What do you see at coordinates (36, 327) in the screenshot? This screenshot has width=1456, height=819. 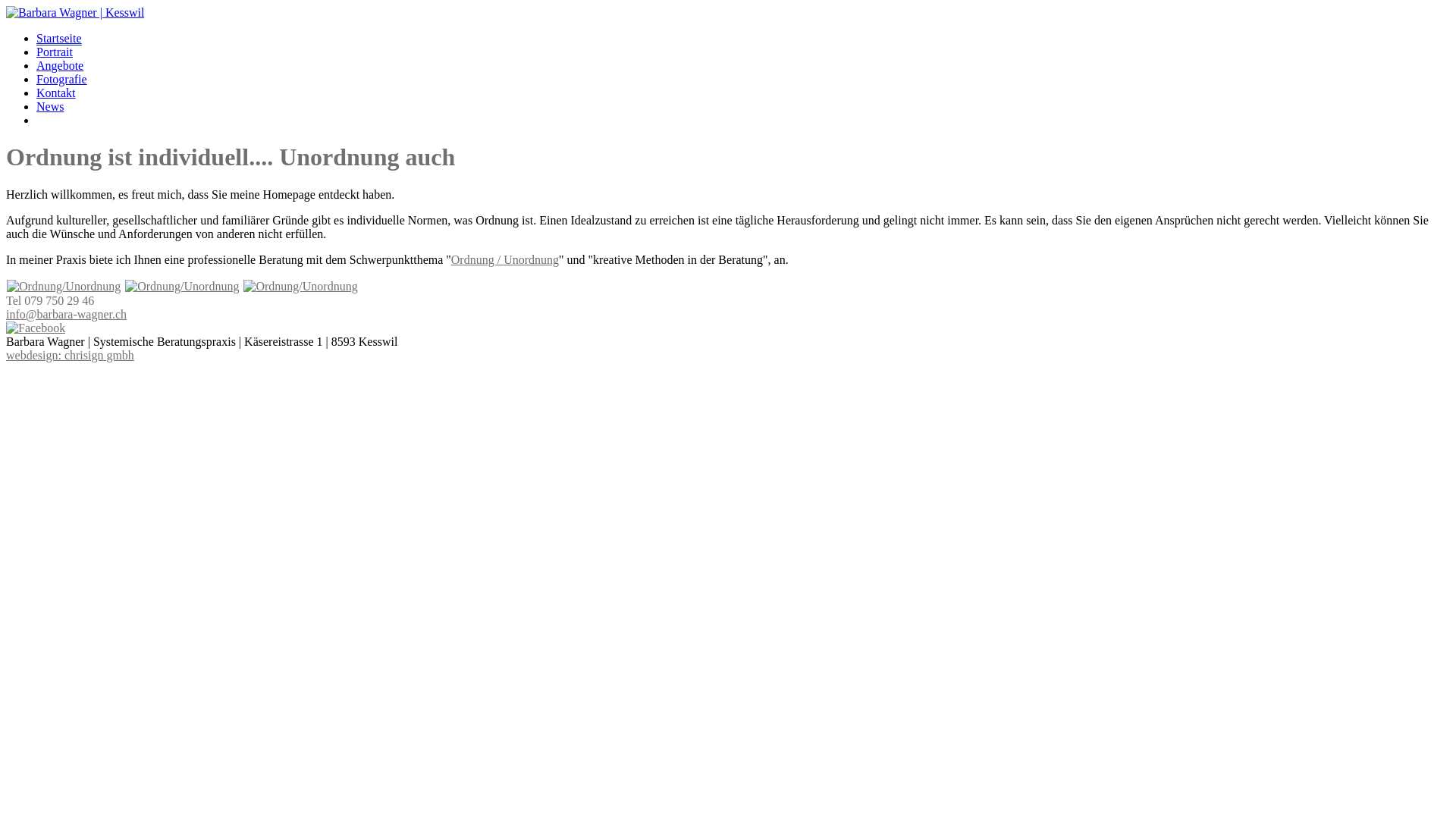 I see `'Barbara Wagner auf Facebook'` at bounding box center [36, 327].